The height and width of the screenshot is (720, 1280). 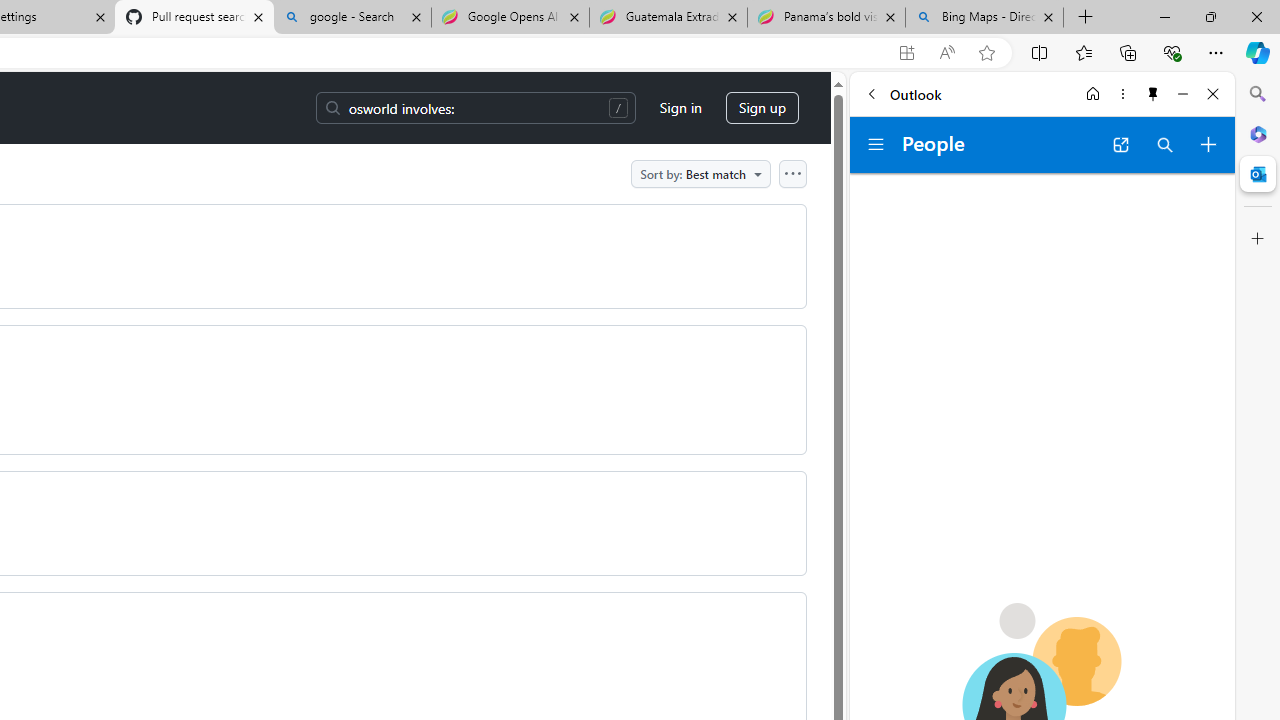 I want to click on 'Google Opens AI Academy for Startups - Nearshore Americas', so click(x=510, y=17).